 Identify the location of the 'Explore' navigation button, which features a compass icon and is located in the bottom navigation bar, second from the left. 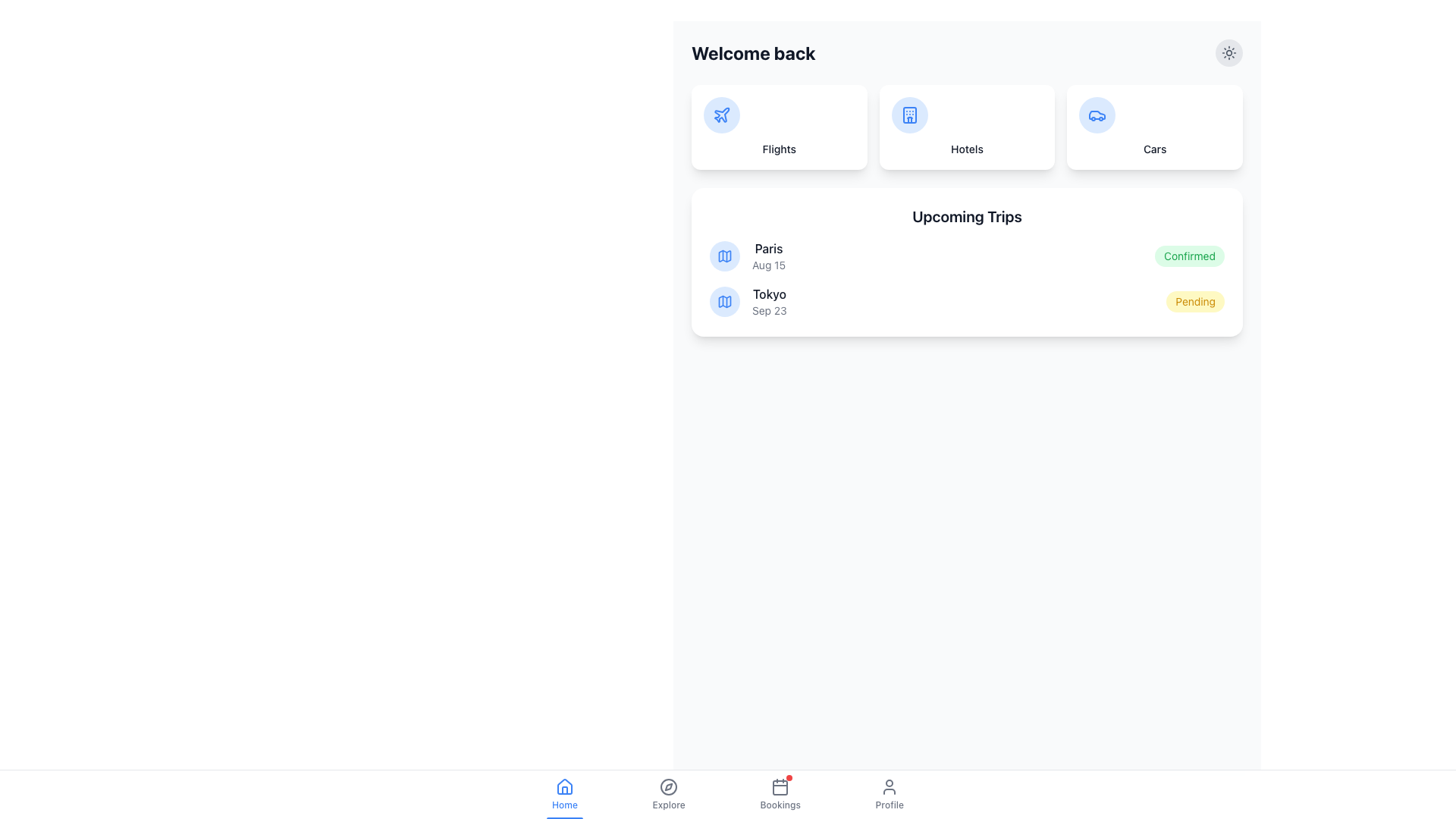
(668, 794).